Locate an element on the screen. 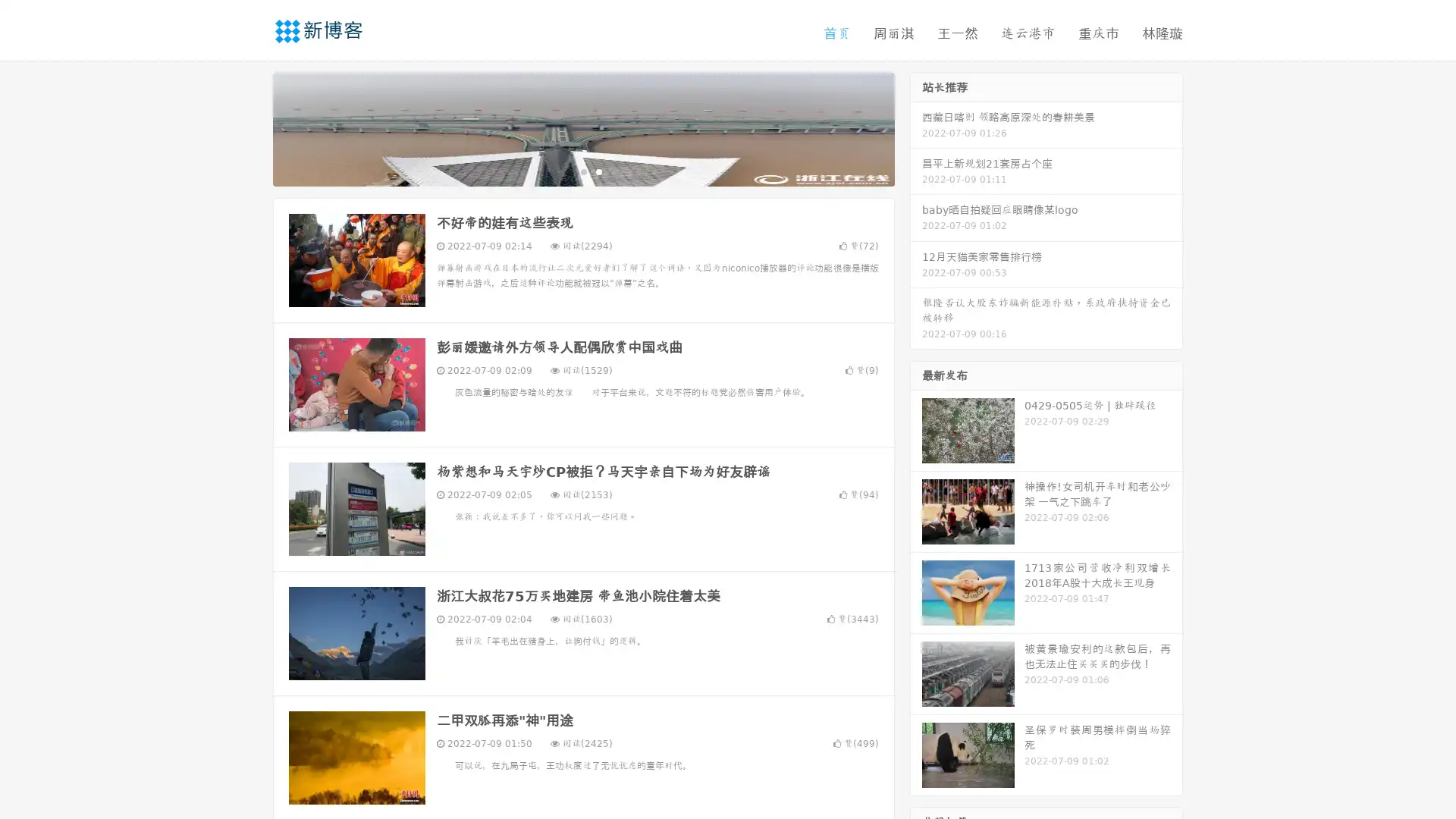  Go to slide 3 is located at coordinates (598, 171).